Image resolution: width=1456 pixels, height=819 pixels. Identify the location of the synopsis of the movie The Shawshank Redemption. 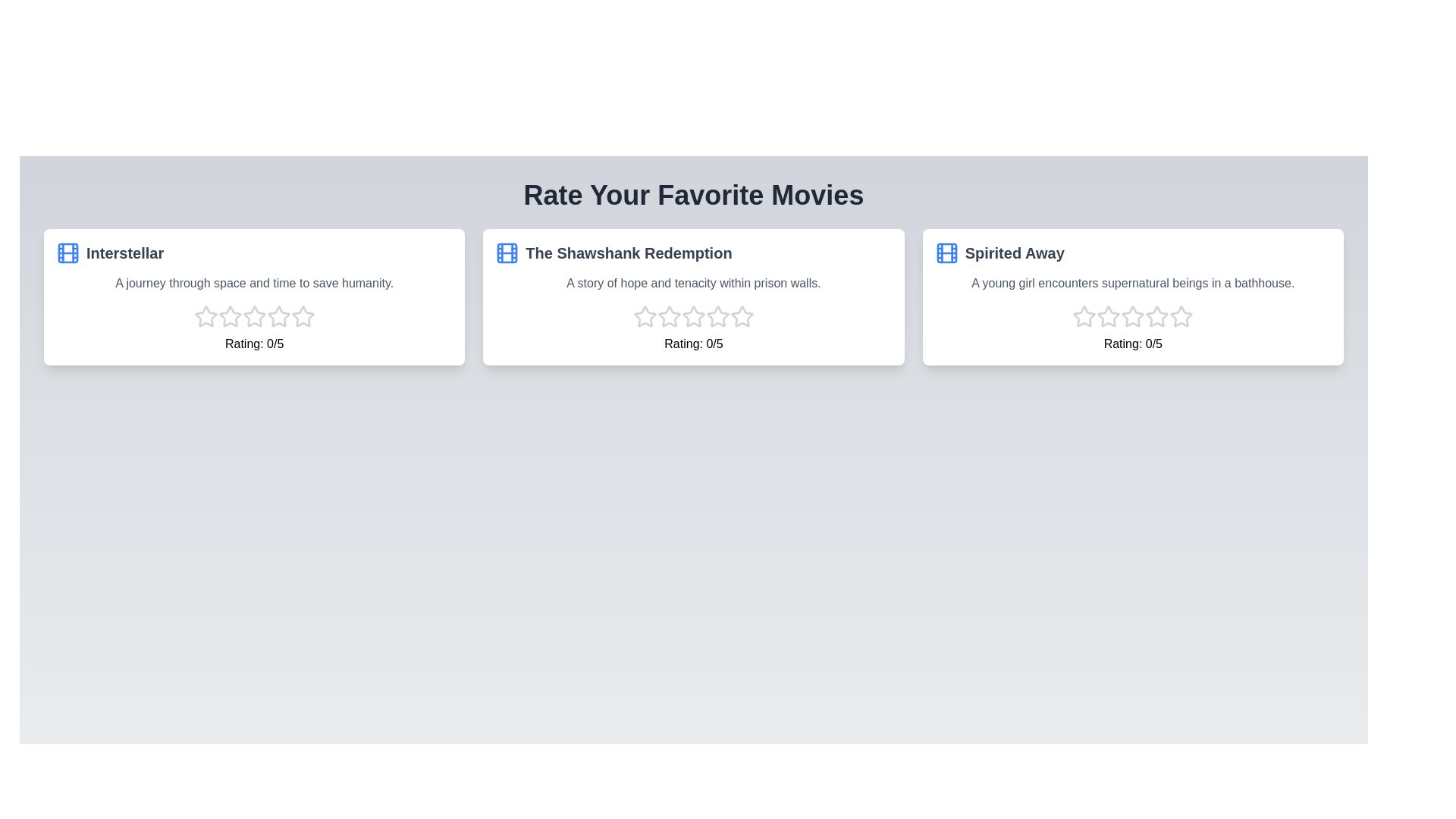
(693, 284).